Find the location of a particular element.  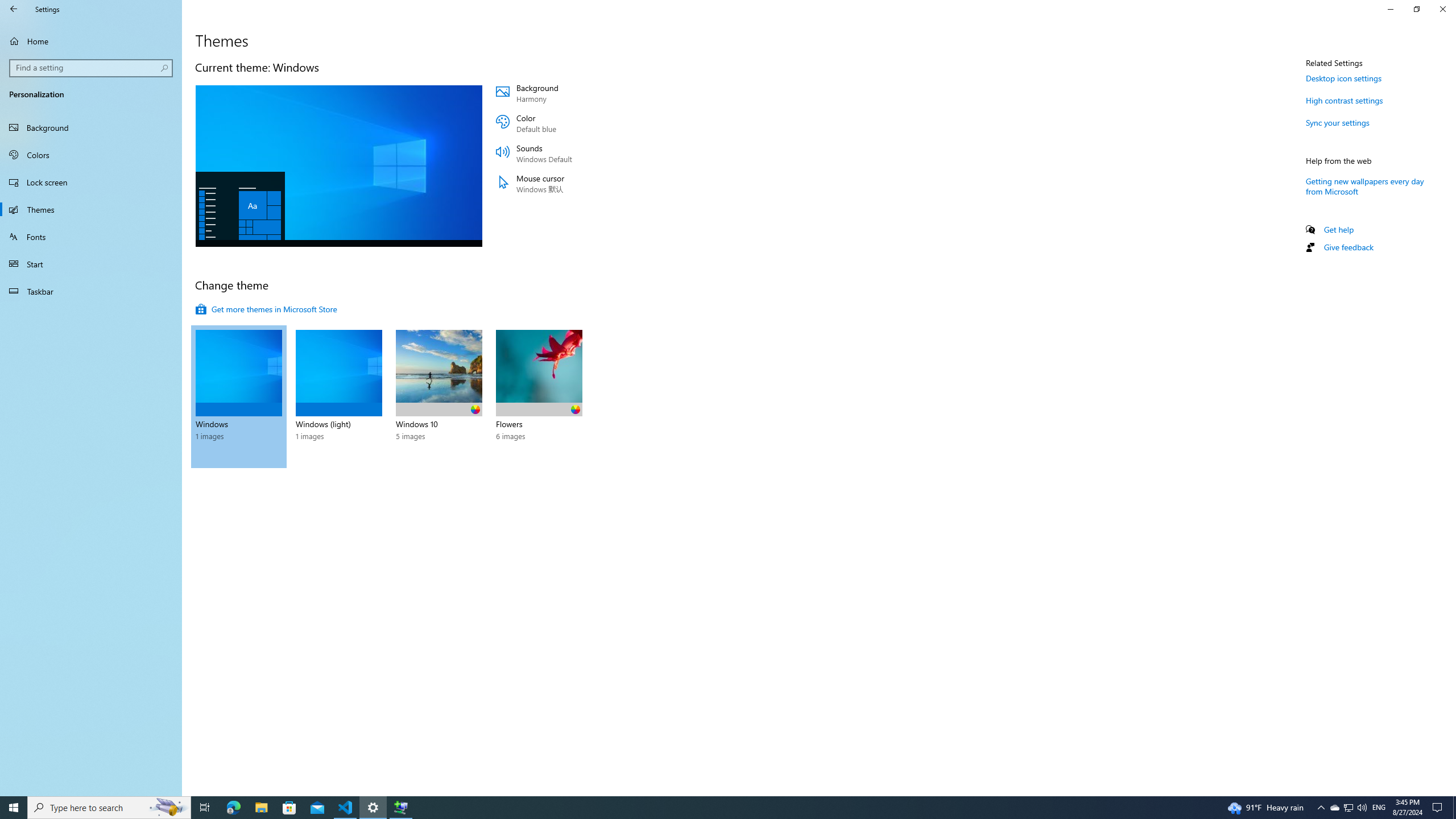

'Search box, Find a setting' is located at coordinates (91, 67).